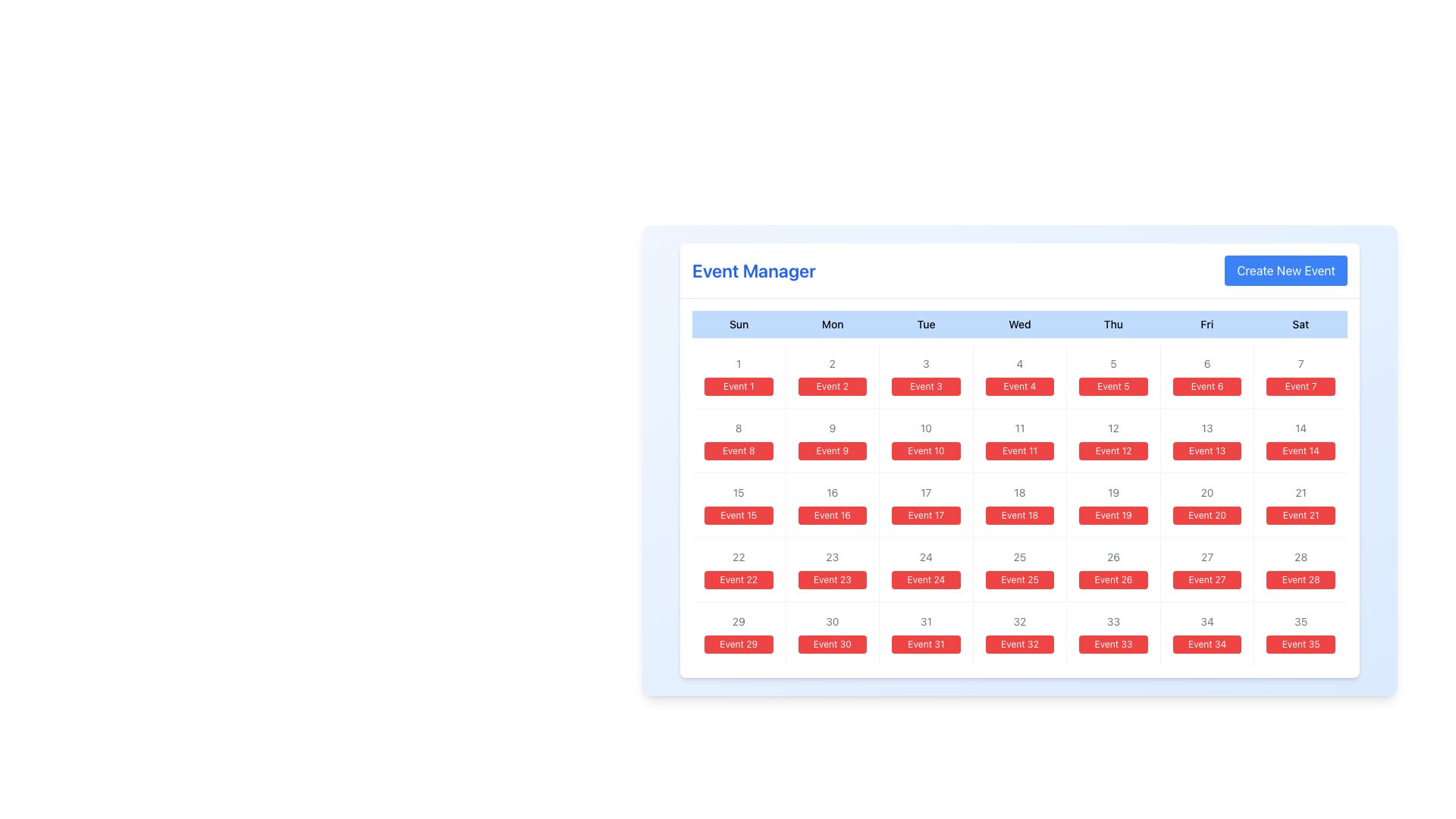 Image resolution: width=1456 pixels, height=819 pixels. Describe the element at coordinates (831, 375) in the screenshot. I see `the second Grid item under the 'Mon' header, which displays the number '2' in grey and 'Event 2' in a red pill-shaped badge` at that location.